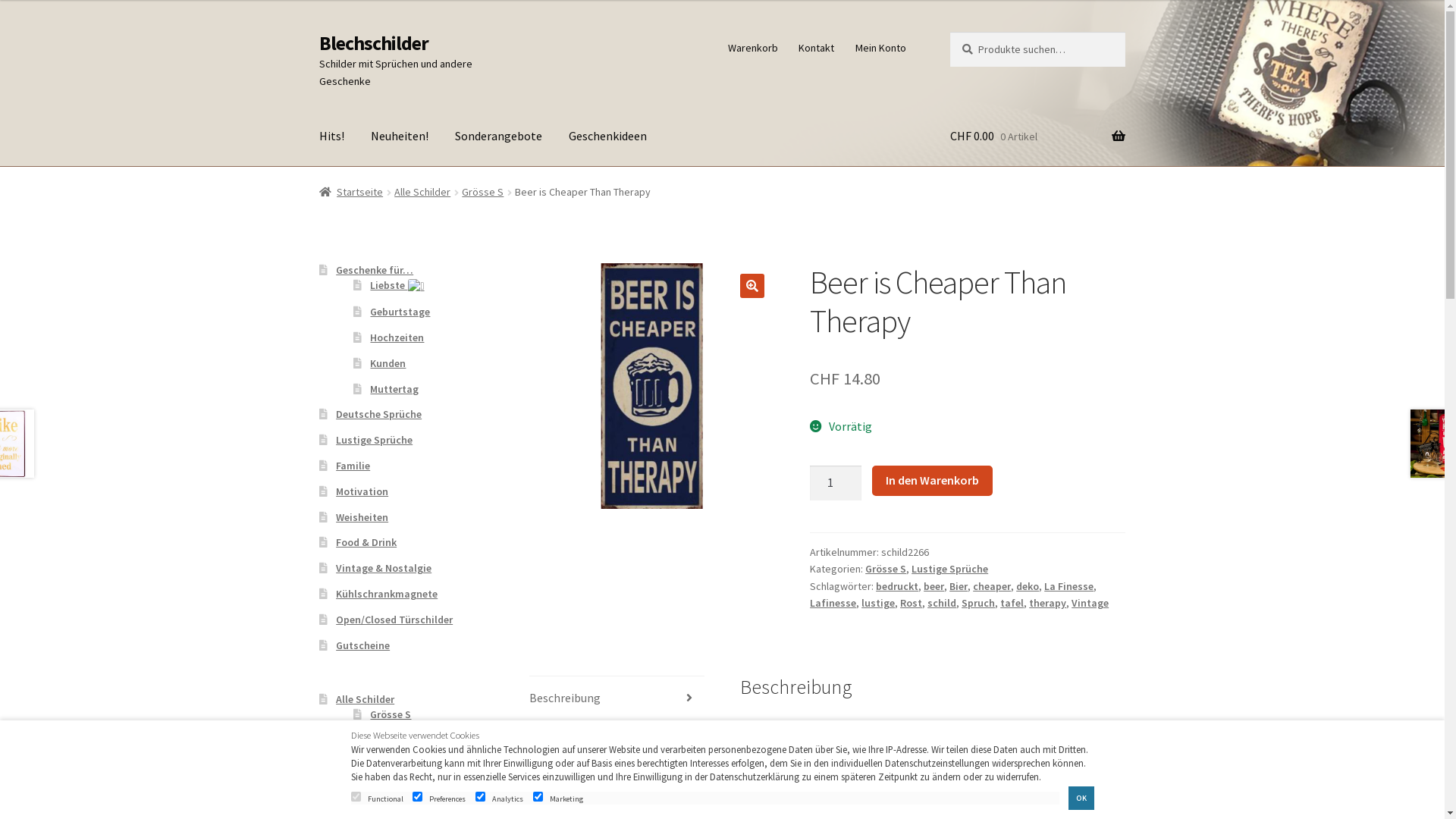 The height and width of the screenshot is (819, 1456). Describe the element at coordinates (498, 136) in the screenshot. I see `'Sonderangebote'` at that location.